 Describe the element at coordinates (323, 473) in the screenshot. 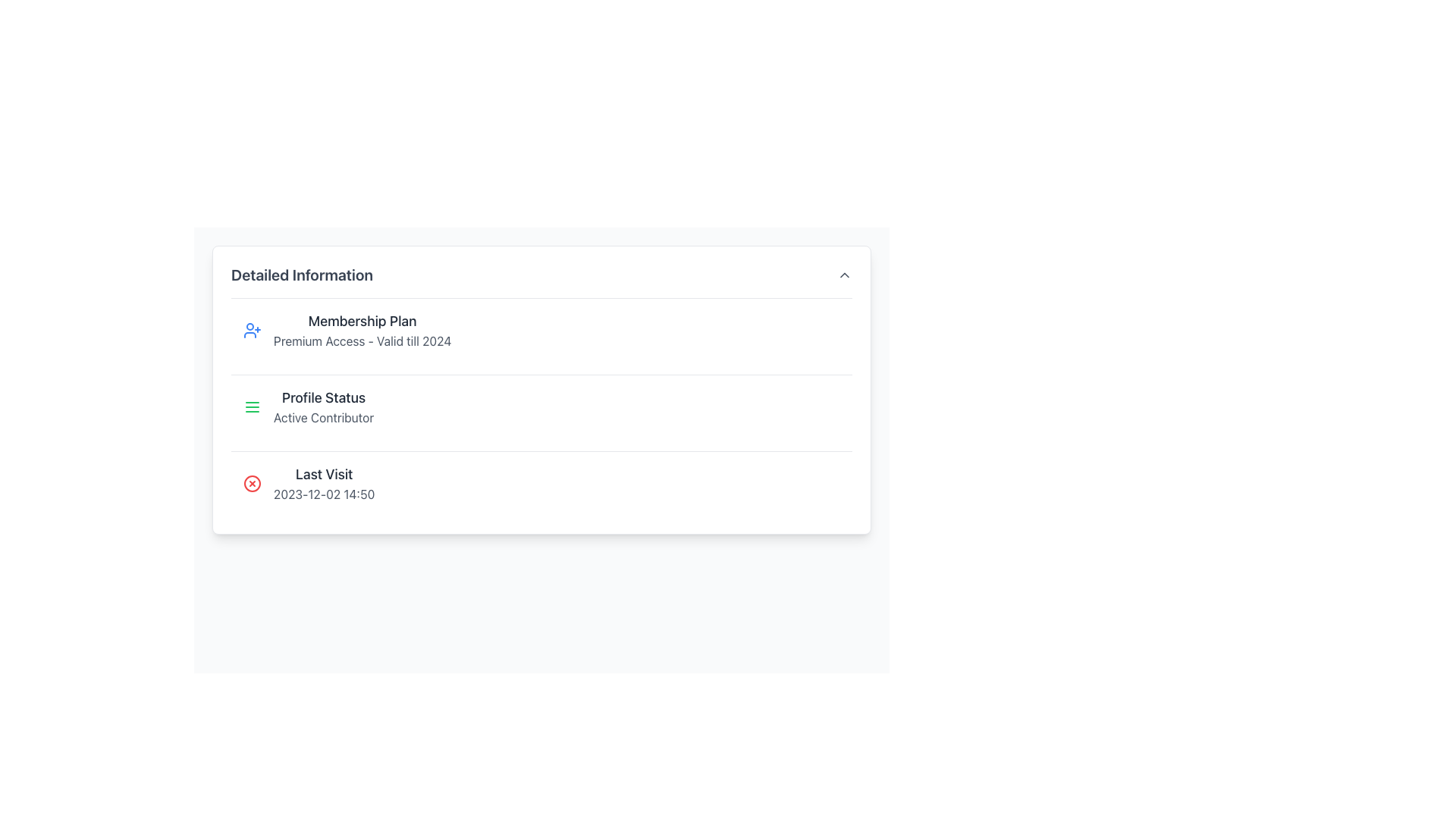

I see `the 'Last Visit' text label, which is a bold, large dark gray font located in the information card, positioned below 'Profile Status' and above the timestamp '2023-12-02 14:50'` at that location.